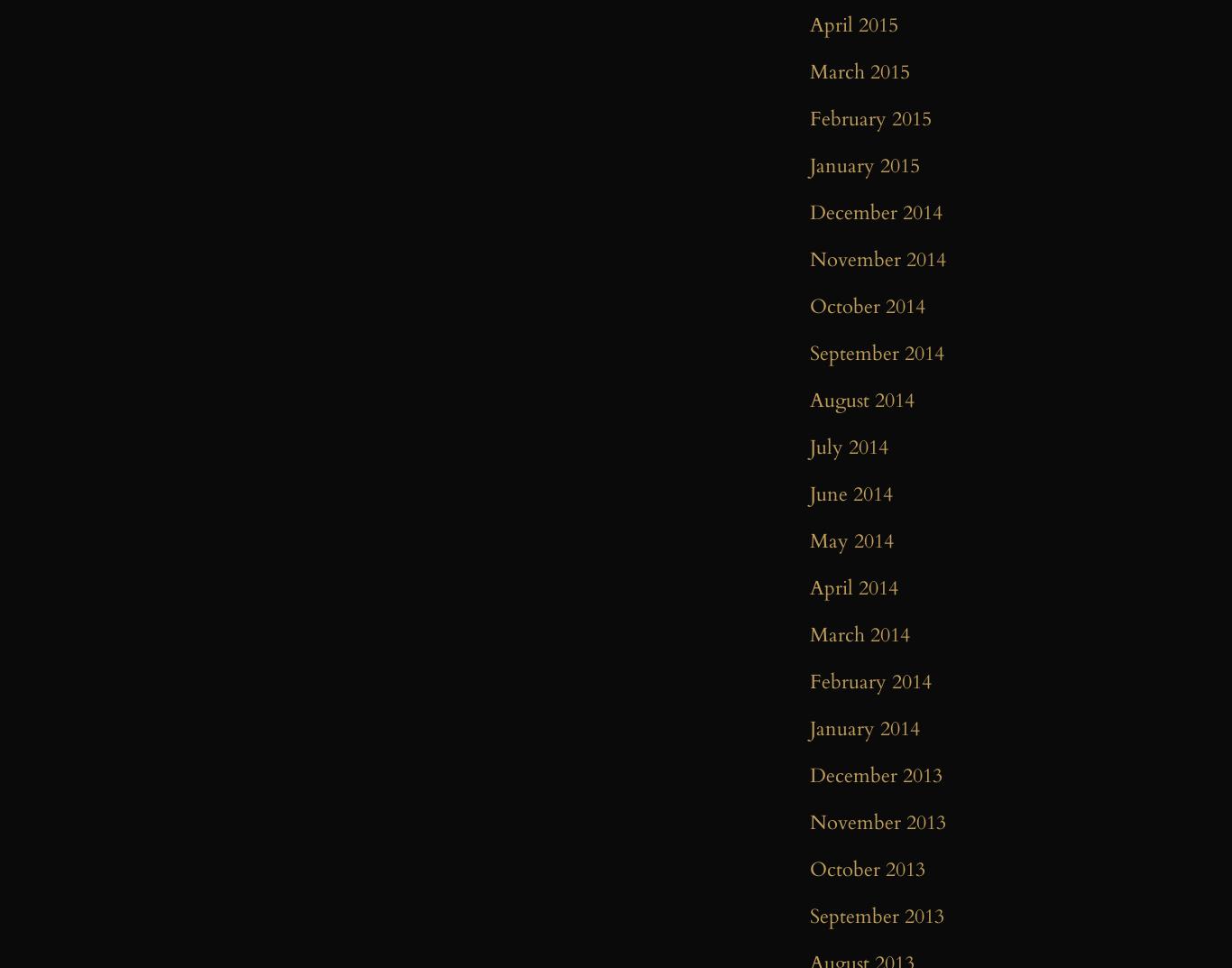 The image size is (1232, 968). What do you see at coordinates (864, 166) in the screenshot?
I see `'January 2015'` at bounding box center [864, 166].